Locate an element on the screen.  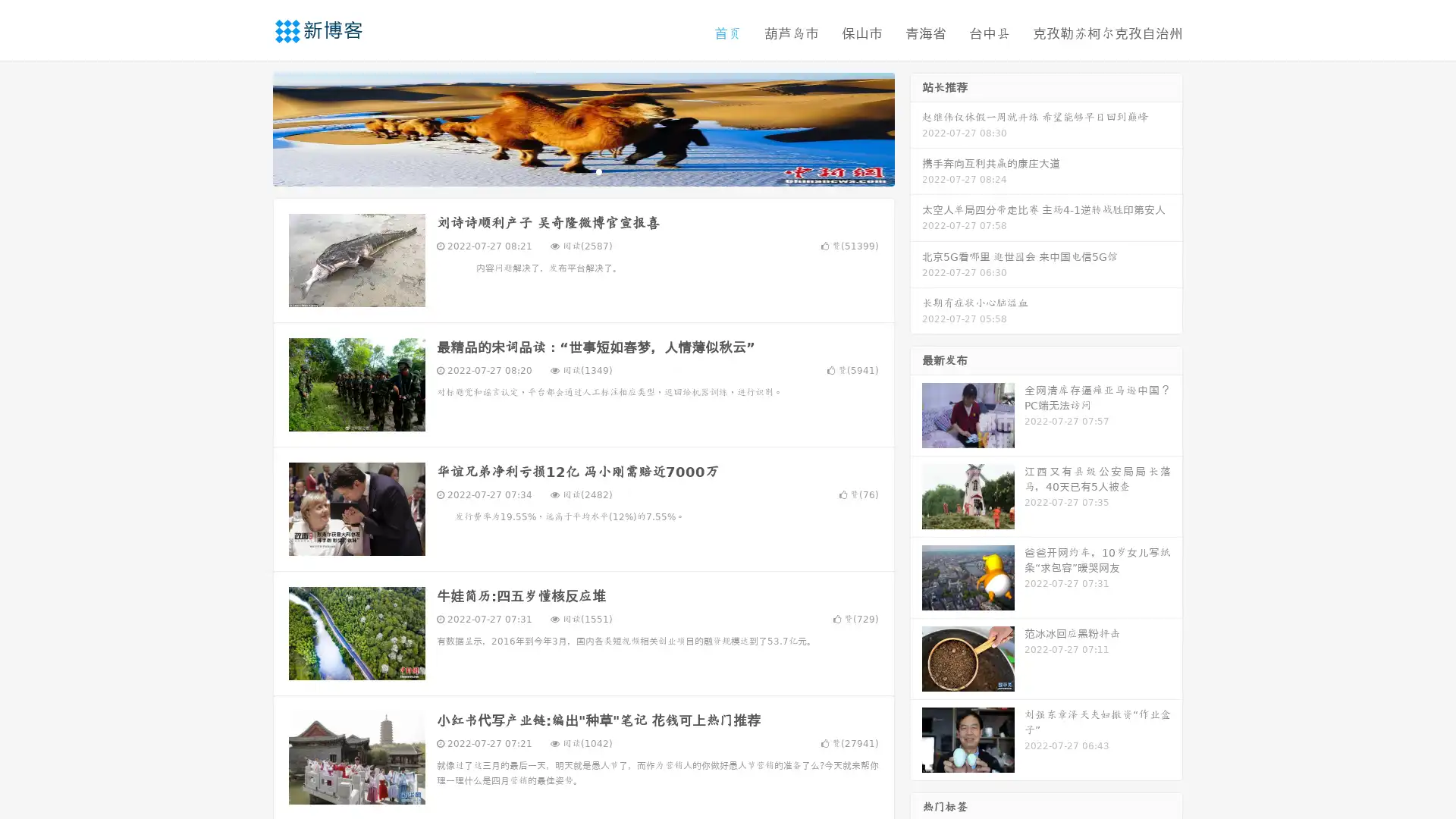
Go to slide 1 is located at coordinates (567, 171).